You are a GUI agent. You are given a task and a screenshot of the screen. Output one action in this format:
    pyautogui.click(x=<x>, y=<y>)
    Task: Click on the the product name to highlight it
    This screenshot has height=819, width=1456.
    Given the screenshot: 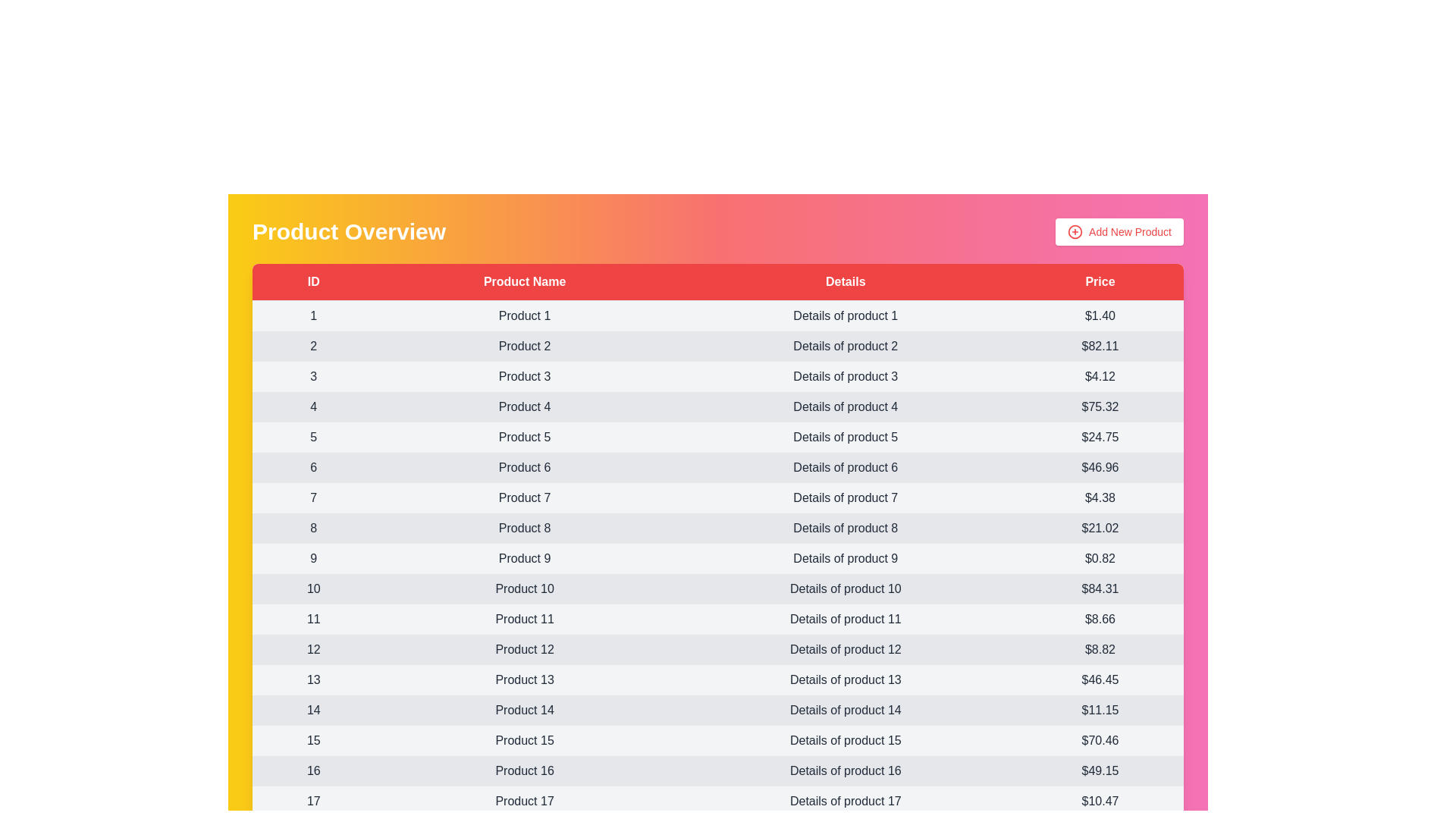 What is the action you would take?
    pyautogui.click(x=524, y=315)
    